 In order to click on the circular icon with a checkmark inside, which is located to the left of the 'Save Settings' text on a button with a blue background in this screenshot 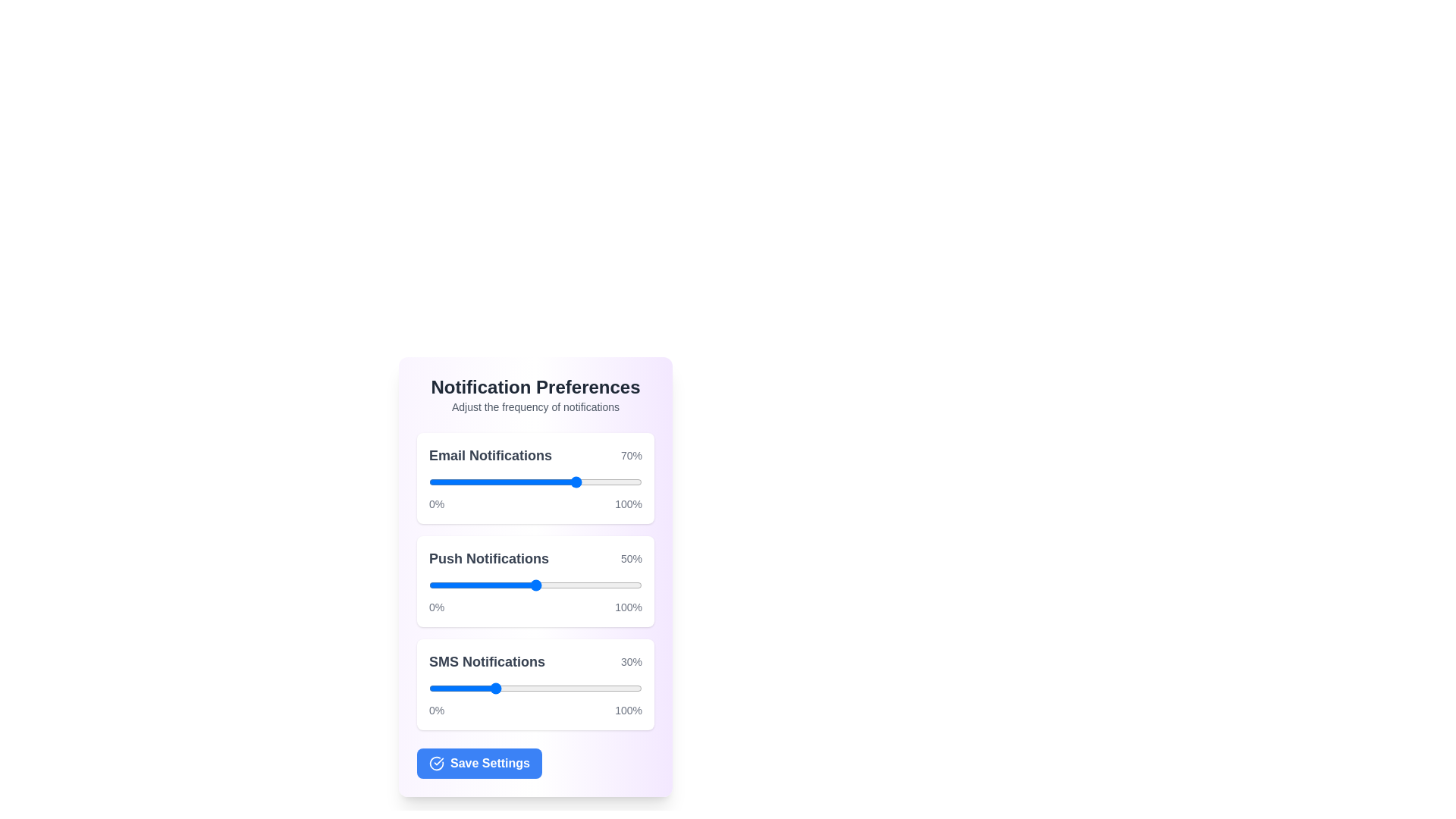, I will do `click(436, 763)`.